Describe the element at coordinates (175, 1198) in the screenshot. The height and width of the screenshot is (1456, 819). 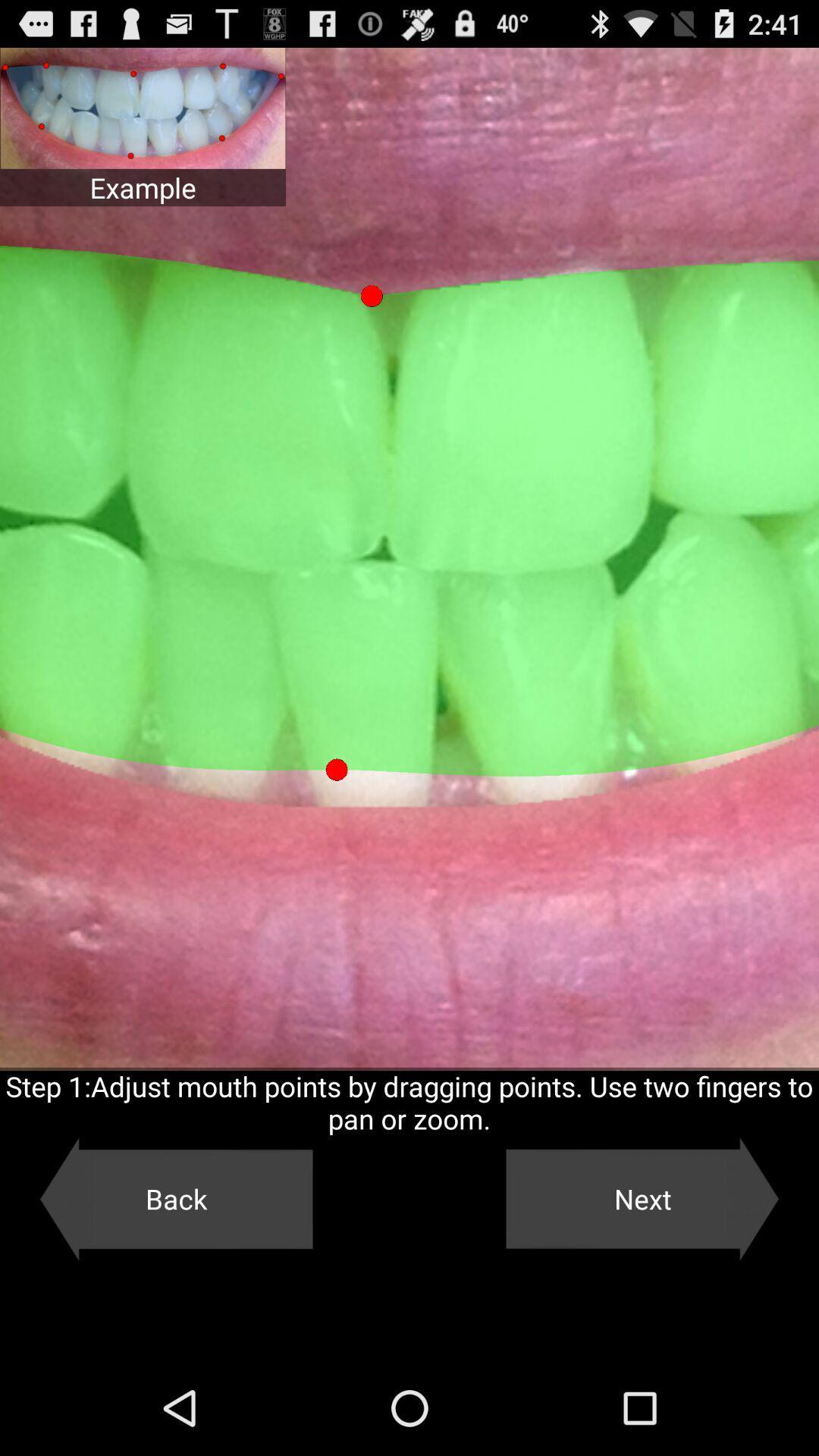
I see `item to the left of the next` at that location.